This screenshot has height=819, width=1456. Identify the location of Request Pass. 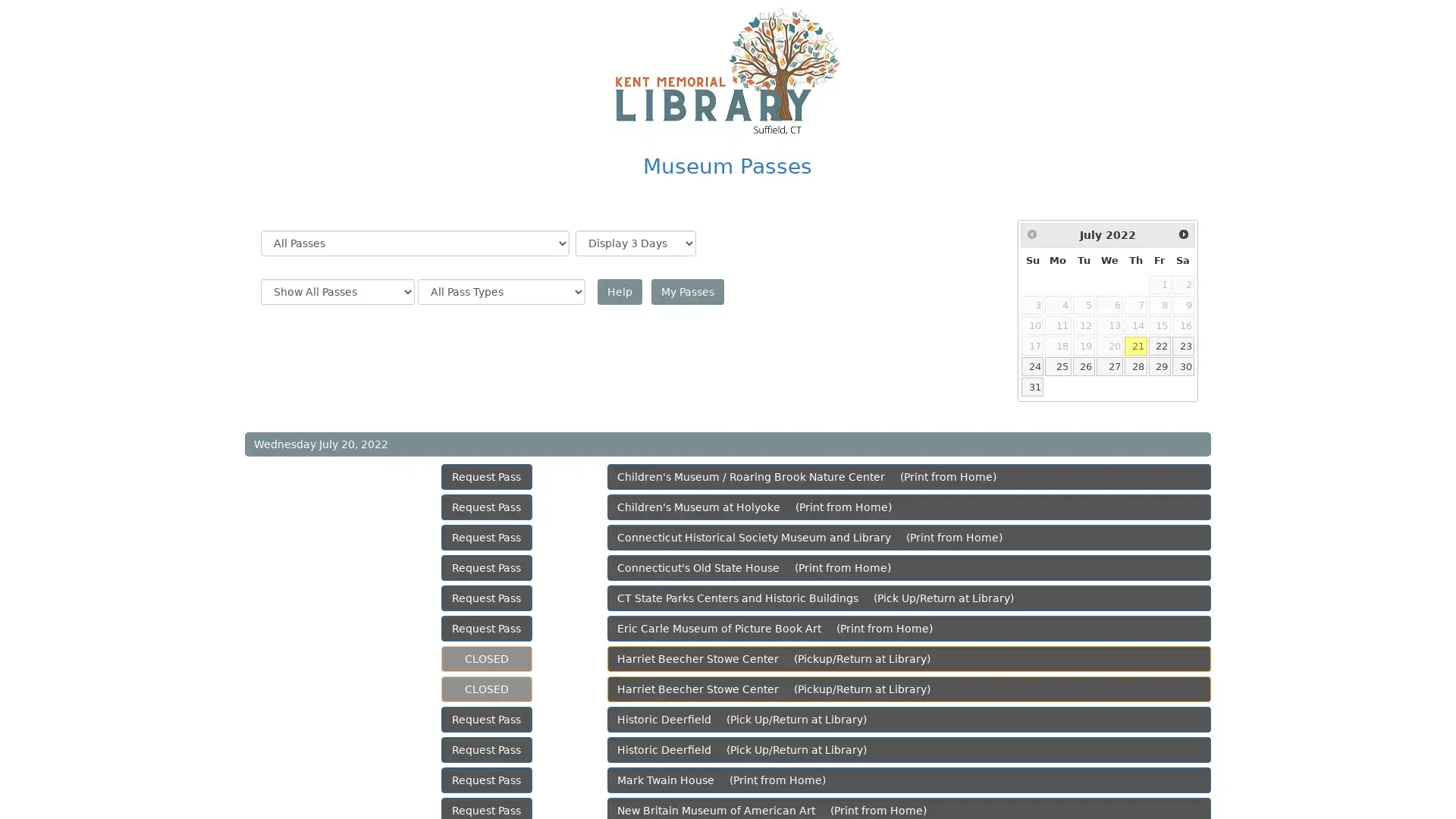
(486, 629).